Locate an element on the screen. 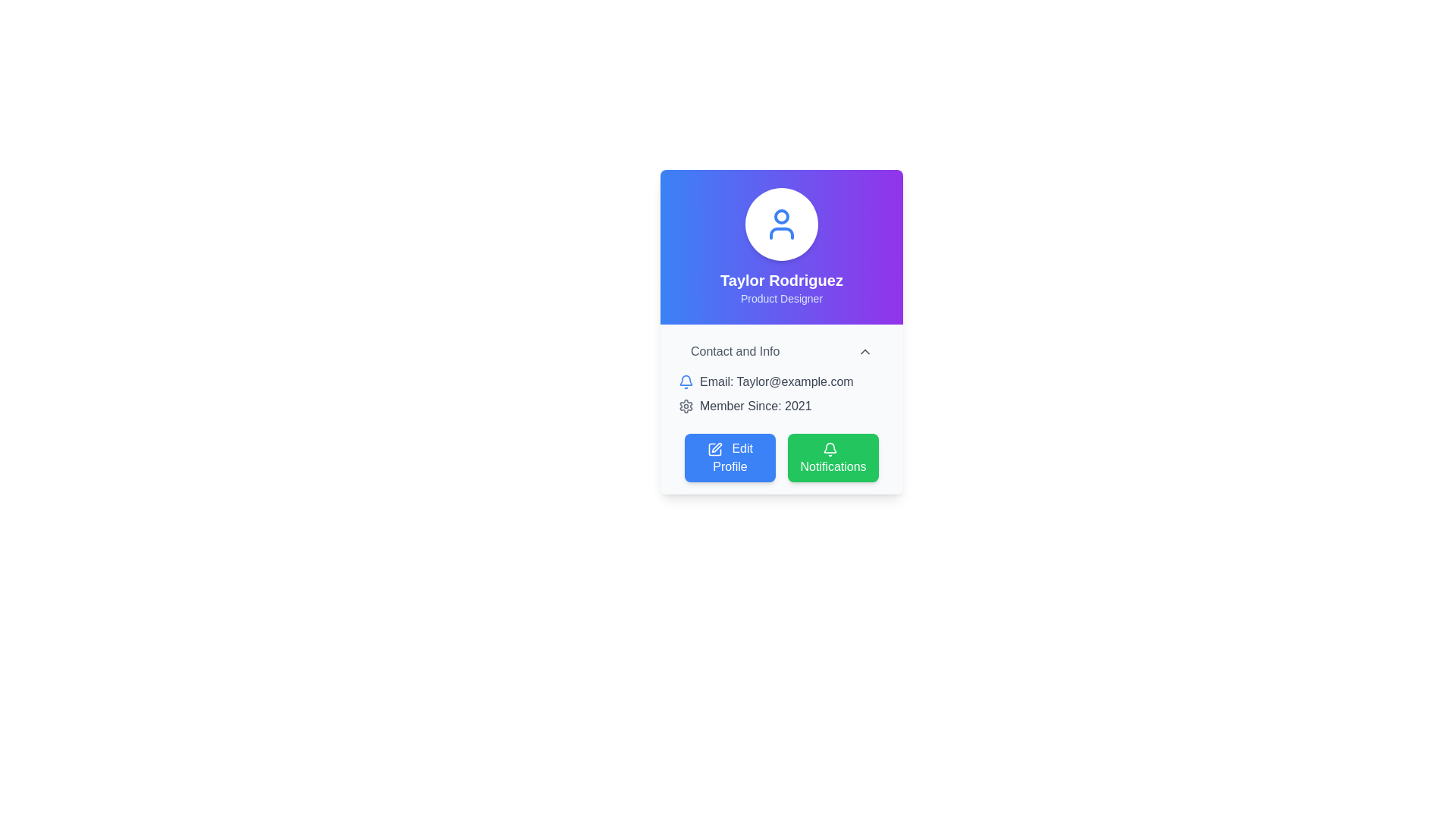 Image resolution: width=1456 pixels, height=819 pixels. the small pen-like icon used for editing, located next to the 'Edit Profile' button is located at coordinates (716, 447).